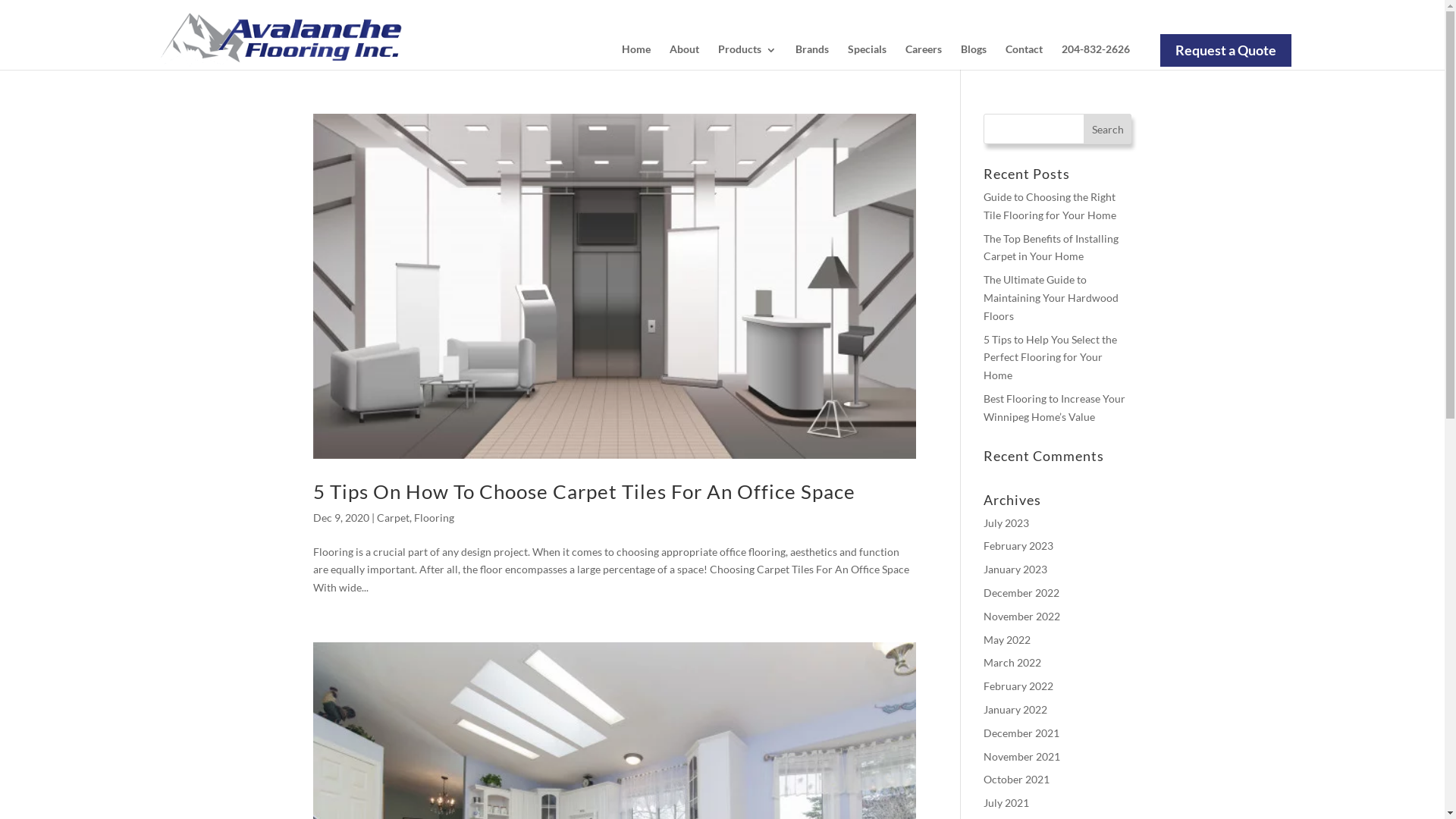  I want to click on 'Home', so click(622, 51).